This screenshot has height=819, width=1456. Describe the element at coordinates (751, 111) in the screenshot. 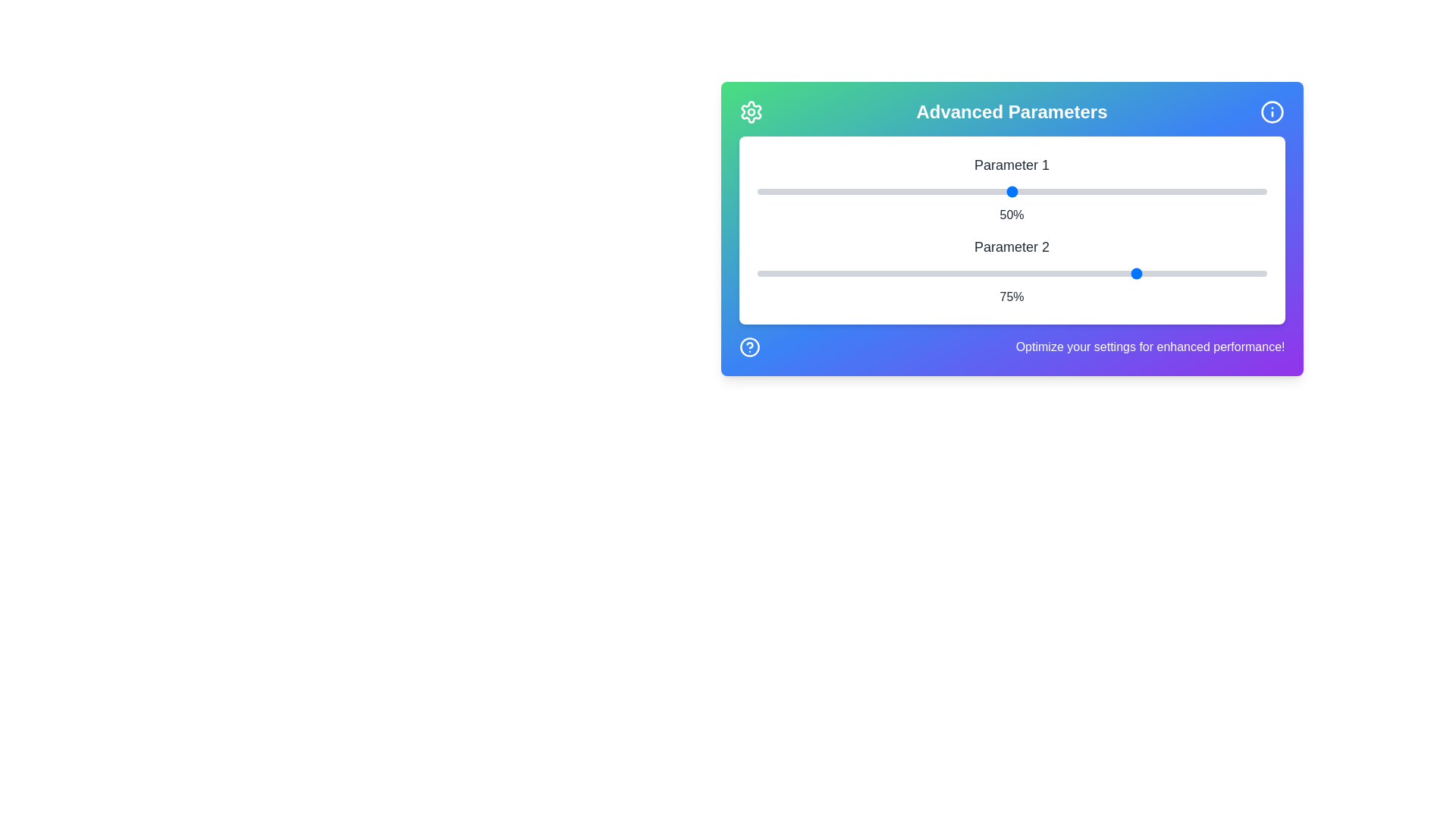

I see `the settings icon located at the top-left corner of the component` at that location.